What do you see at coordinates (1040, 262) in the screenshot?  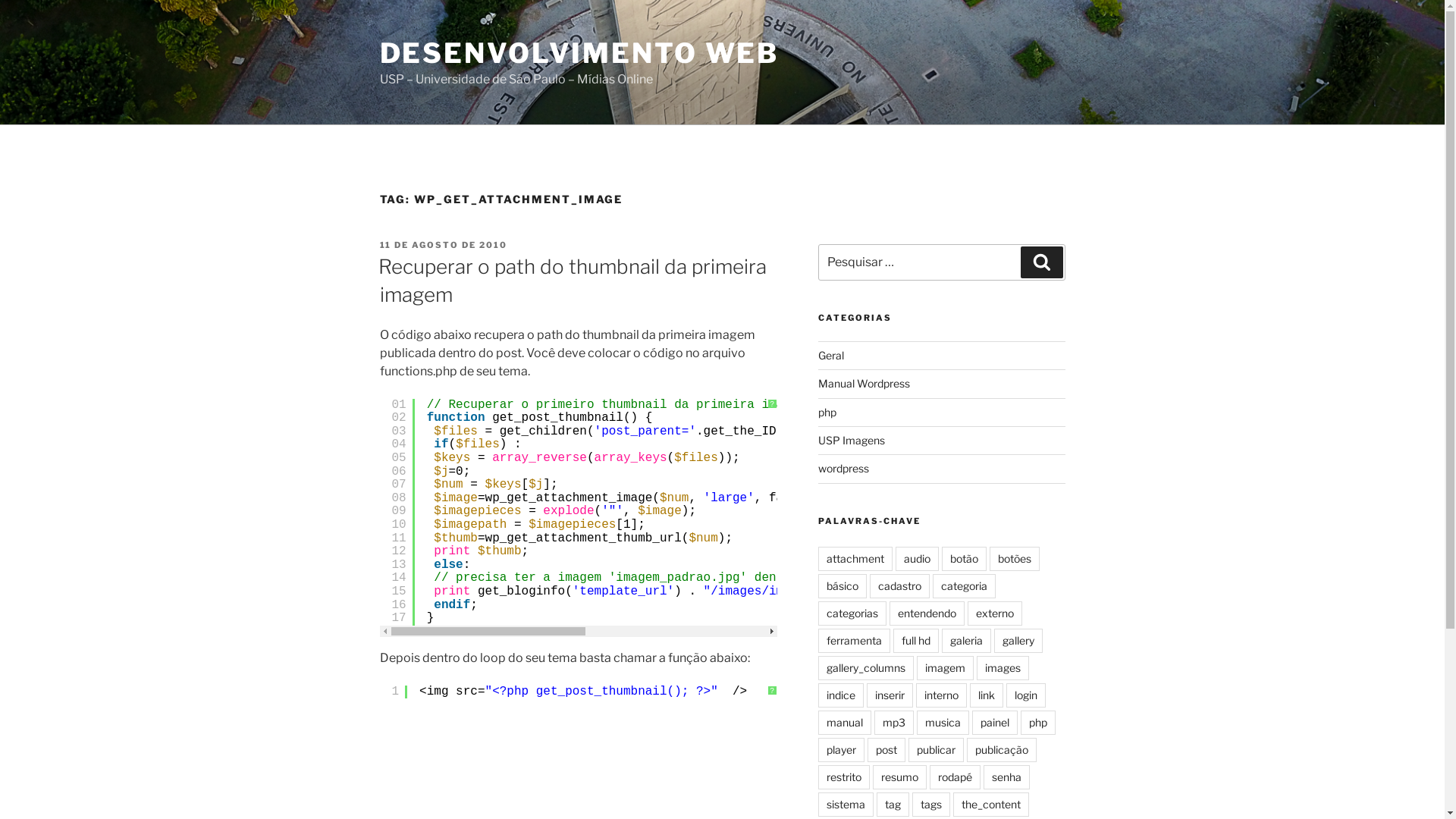 I see `'Pesquisar'` at bounding box center [1040, 262].